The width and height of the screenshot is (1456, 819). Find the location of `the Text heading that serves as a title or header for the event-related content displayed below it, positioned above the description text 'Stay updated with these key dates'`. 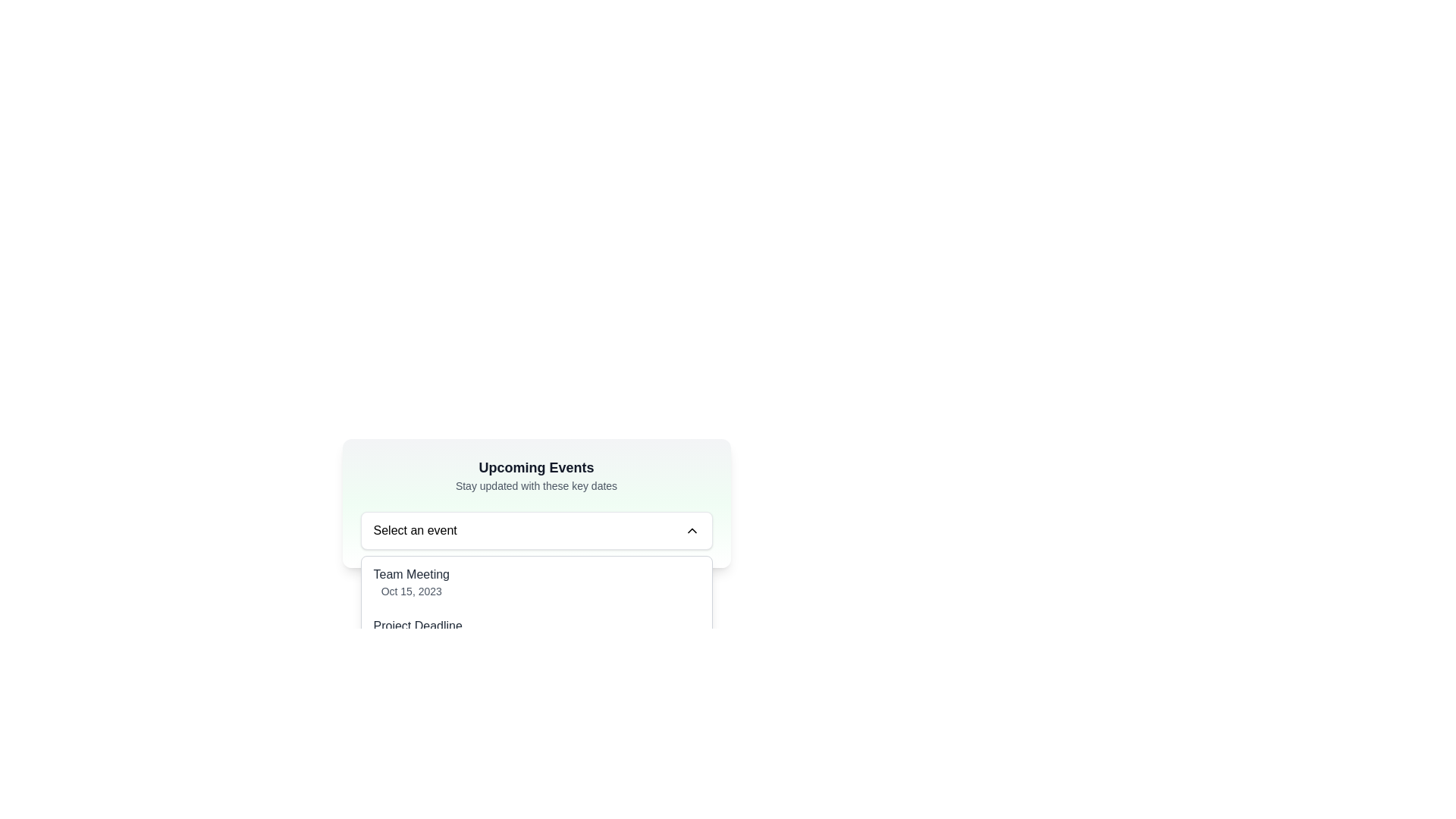

the Text heading that serves as a title or header for the event-related content displayed below it, positioned above the description text 'Stay updated with these key dates' is located at coordinates (536, 467).